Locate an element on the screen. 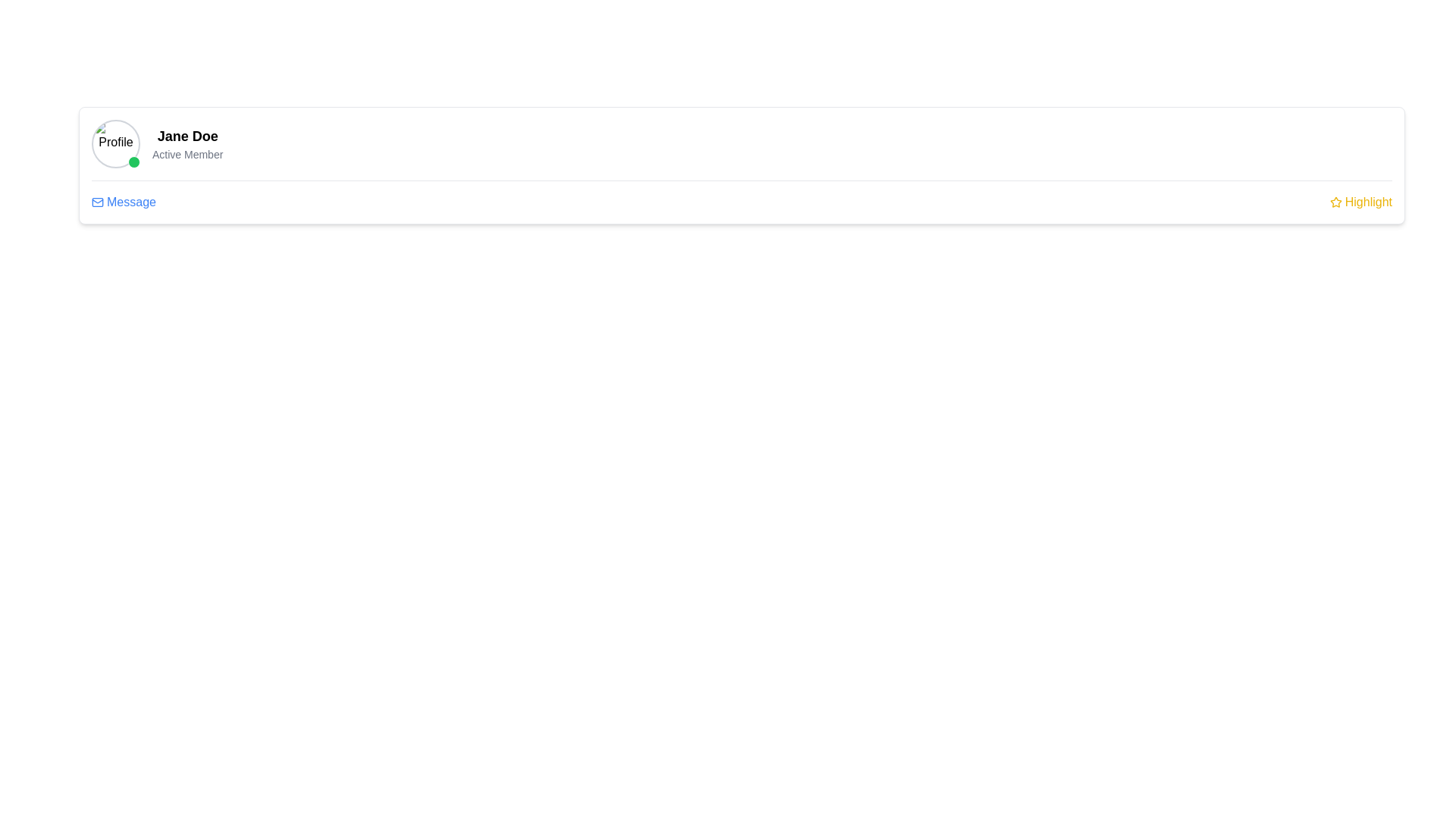  the status indicator located at the bottom-right corner of the circular profile picture to show the user's online status is located at coordinates (134, 162).